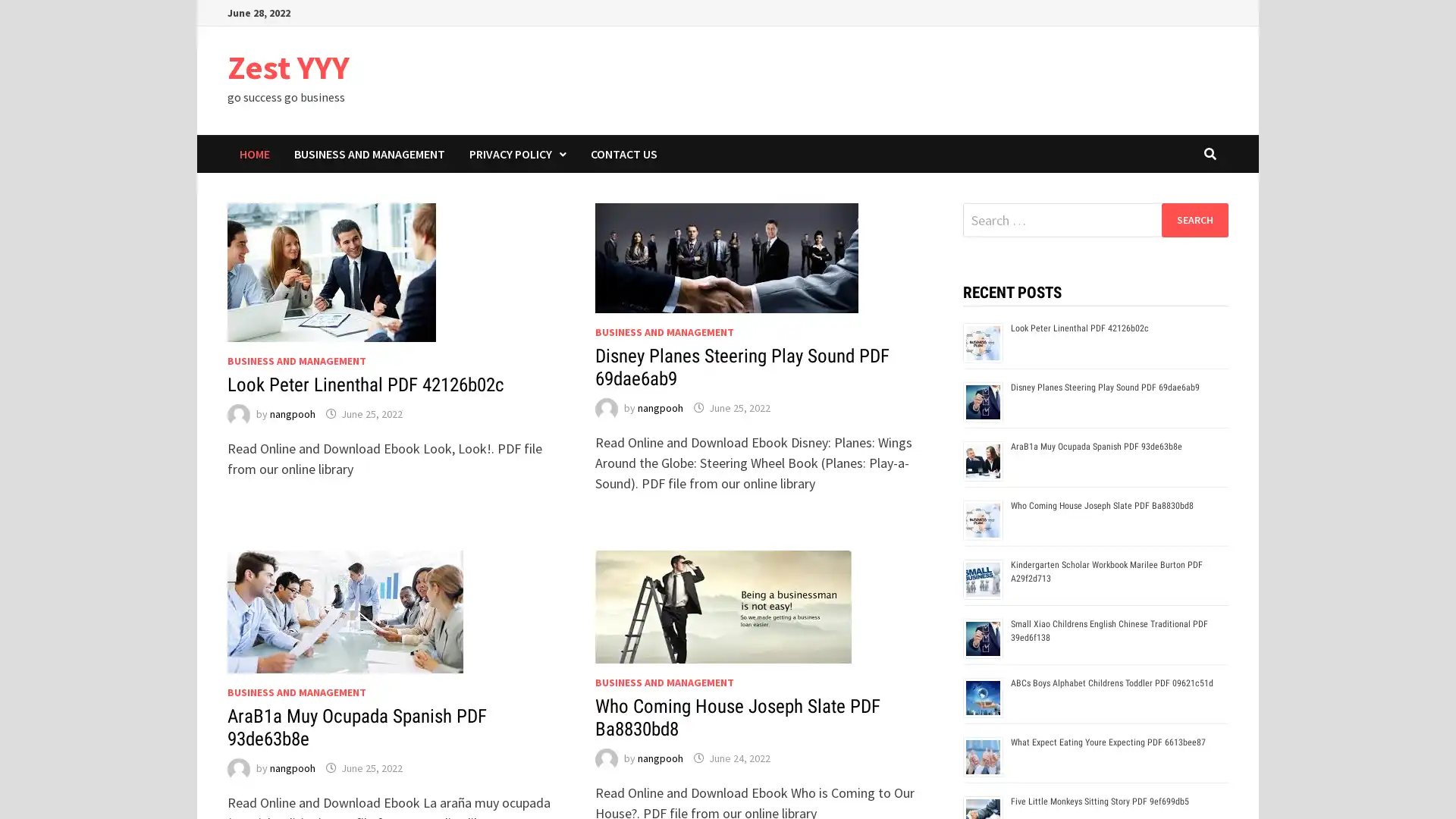 The image size is (1456, 819). What do you see at coordinates (1194, 219) in the screenshot?
I see `Search` at bounding box center [1194, 219].